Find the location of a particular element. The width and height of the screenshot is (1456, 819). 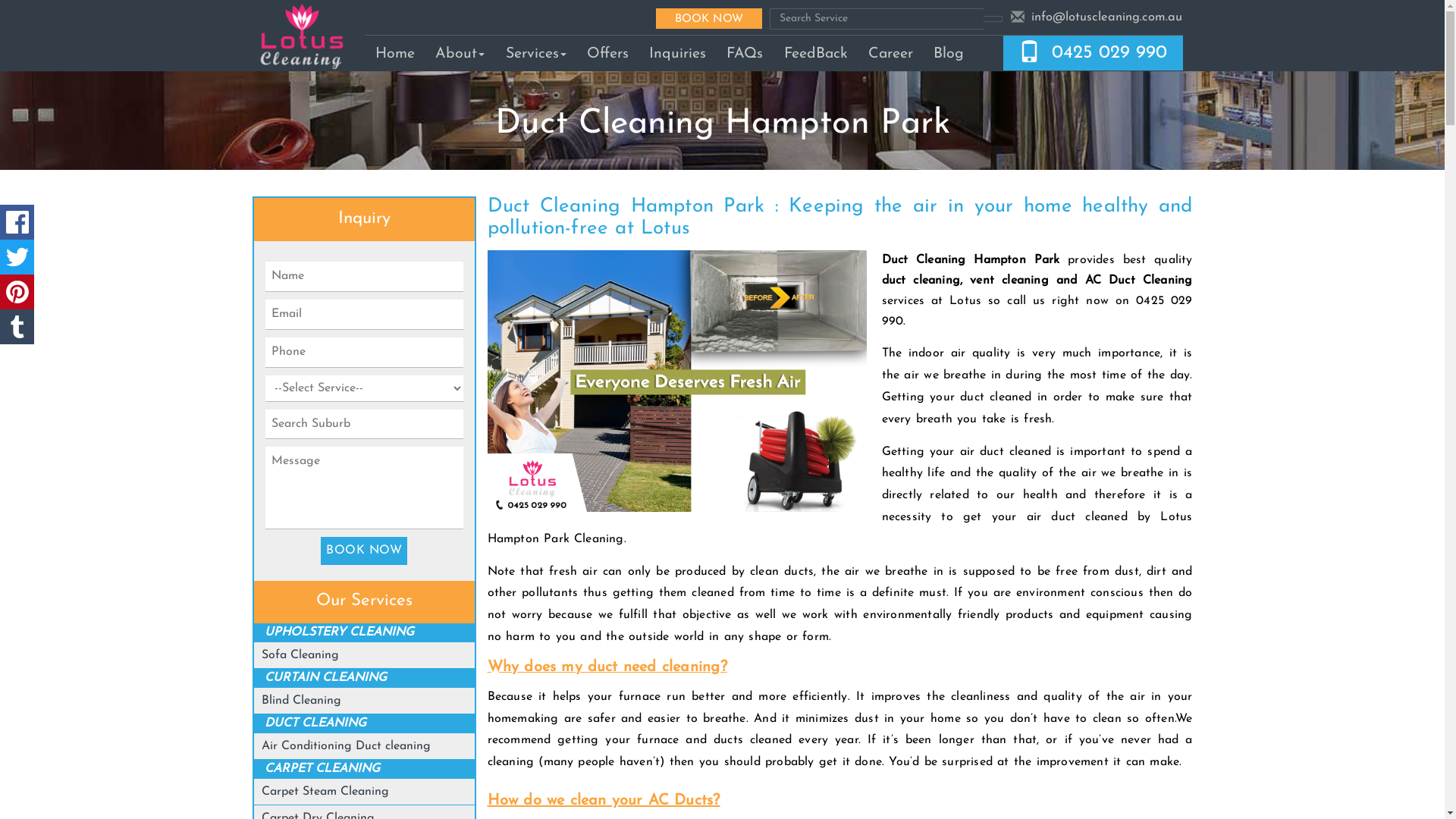

'0425 029 990' is located at coordinates (1109, 52).